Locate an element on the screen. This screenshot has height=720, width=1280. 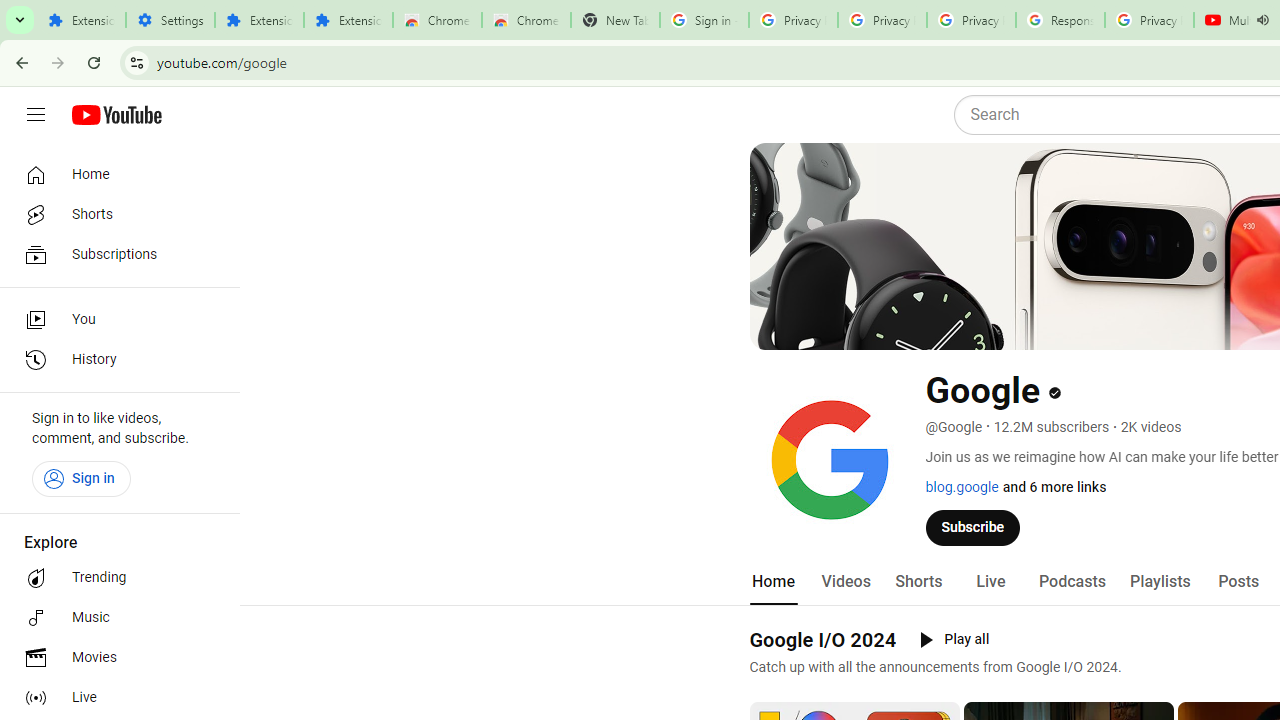
'Sign in - Google Accounts' is located at coordinates (704, 20).